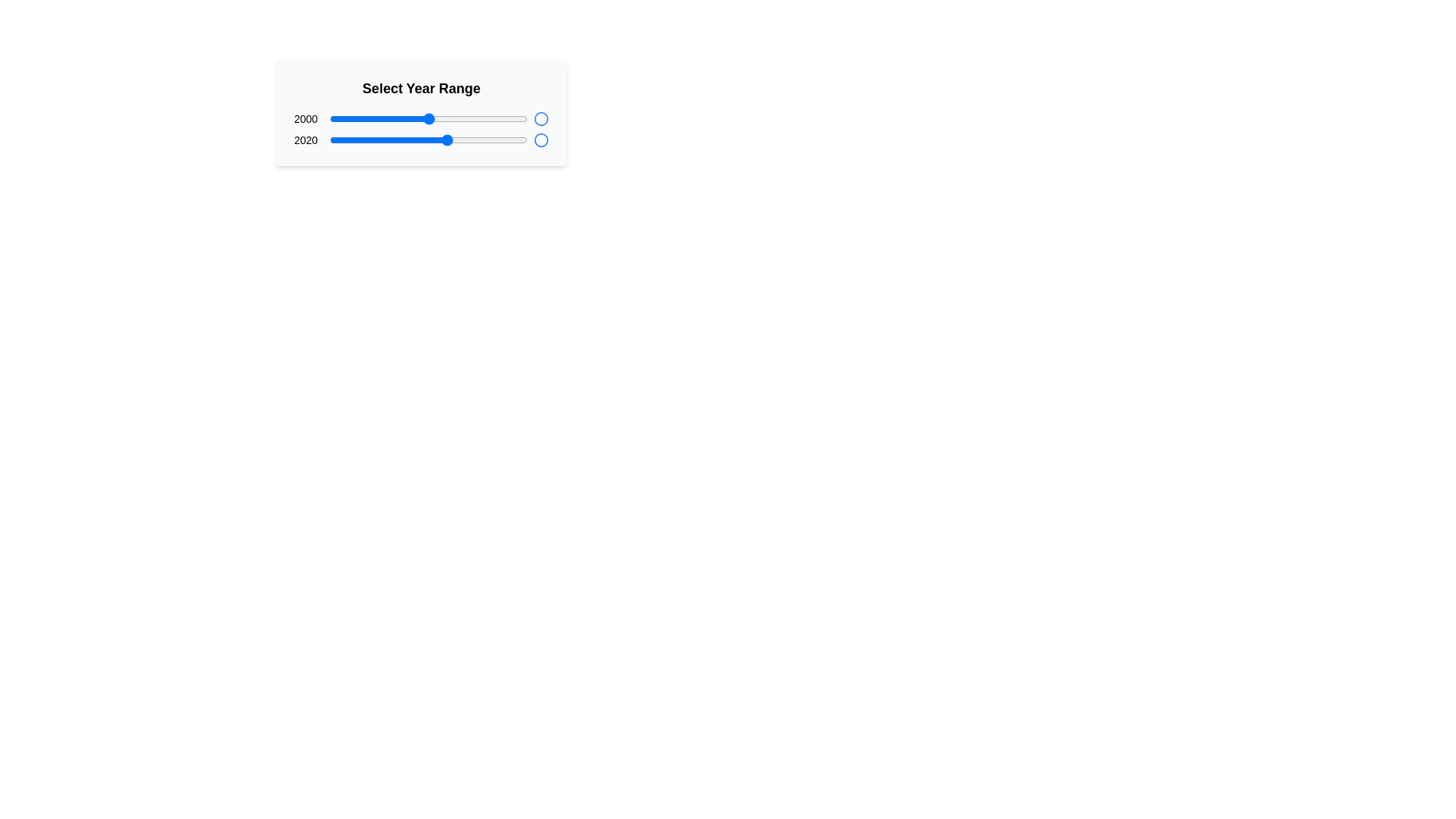  Describe the element at coordinates (409, 118) in the screenshot. I see `the slider` at that location.